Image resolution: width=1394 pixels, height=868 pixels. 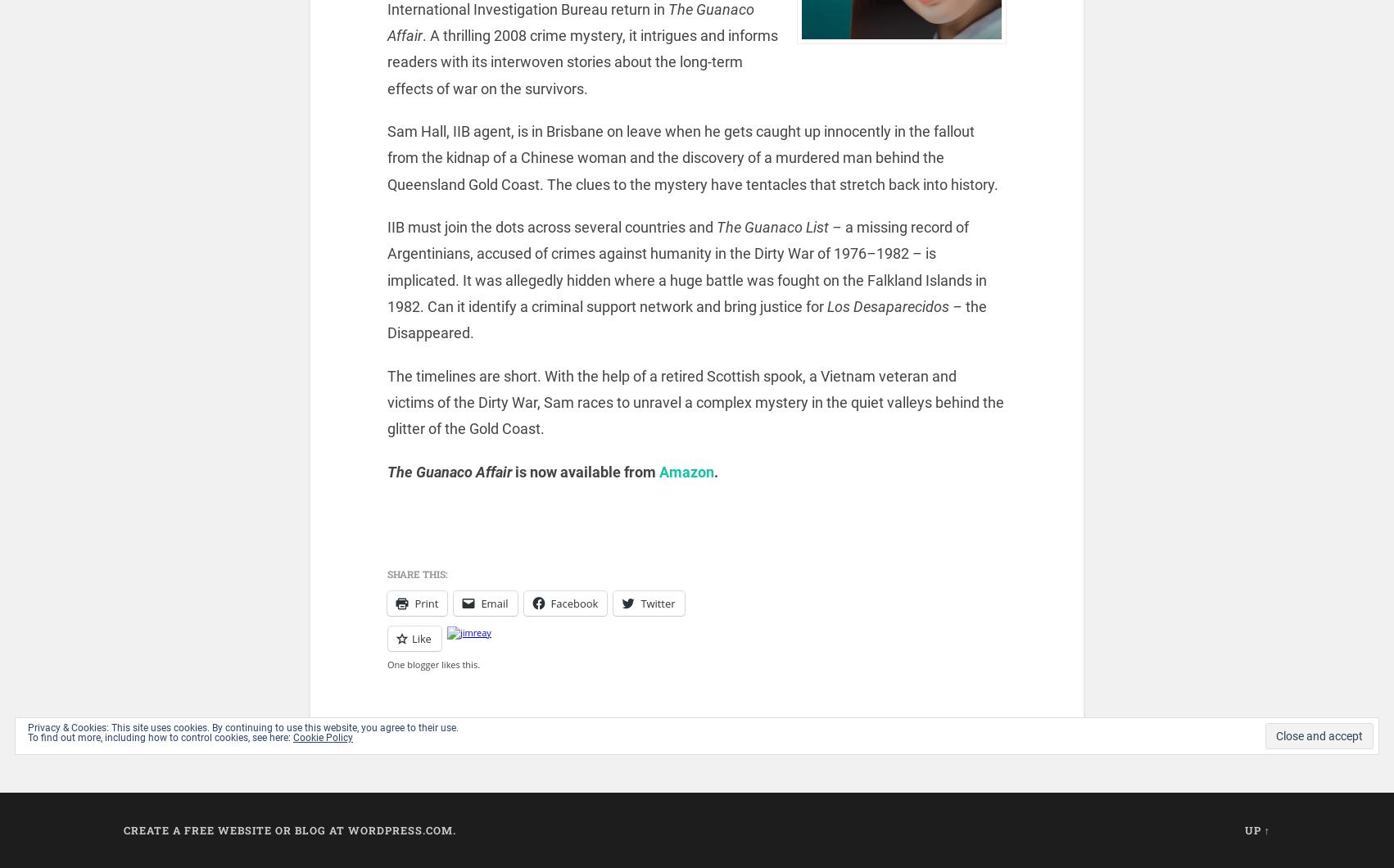 What do you see at coordinates (160, 738) in the screenshot?
I see `'To find out more, including how to control cookies, see here:'` at bounding box center [160, 738].